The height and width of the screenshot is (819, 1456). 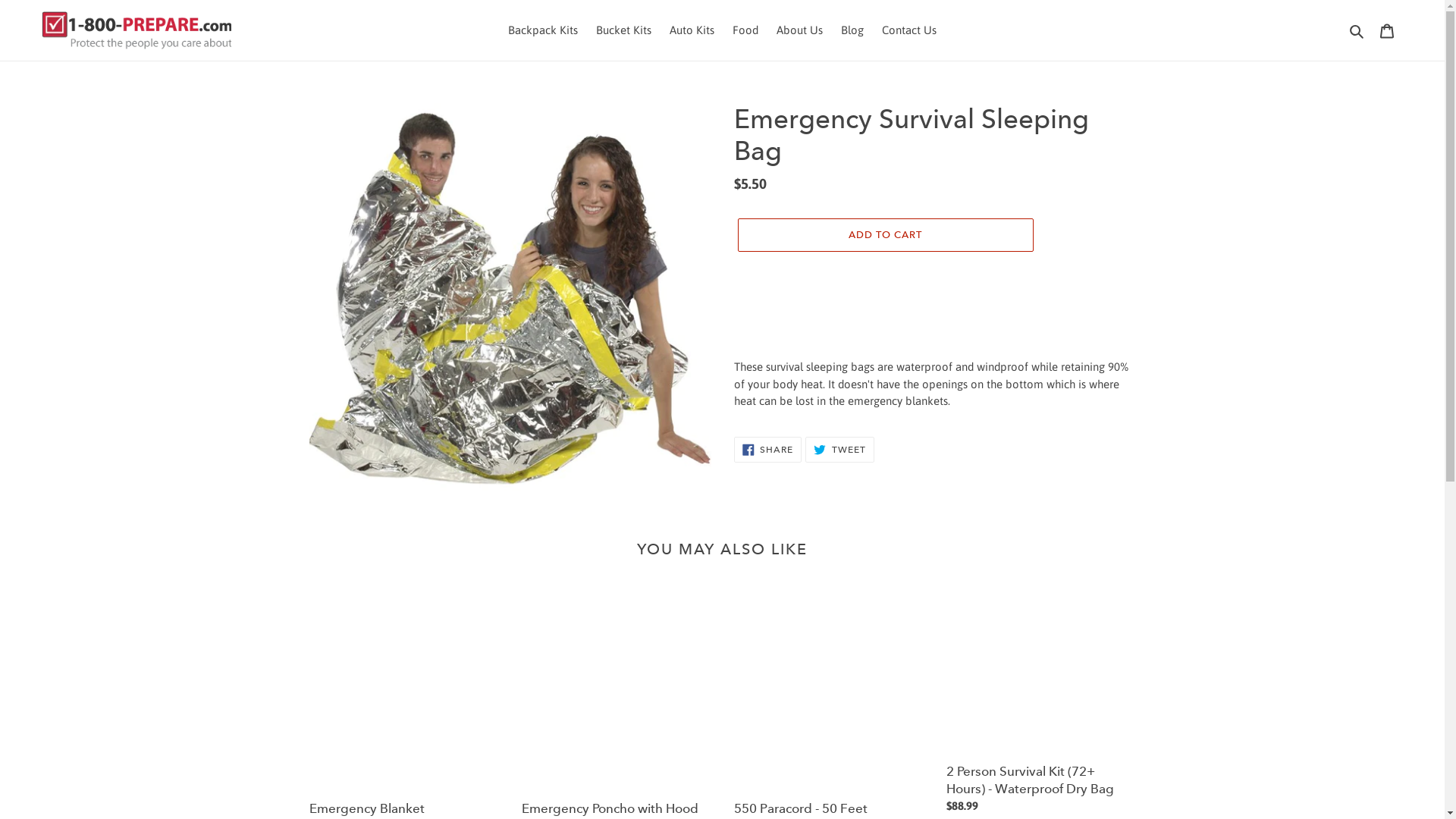 What do you see at coordinates (884, 234) in the screenshot?
I see `'ADD TO CART'` at bounding box center [884, 234].